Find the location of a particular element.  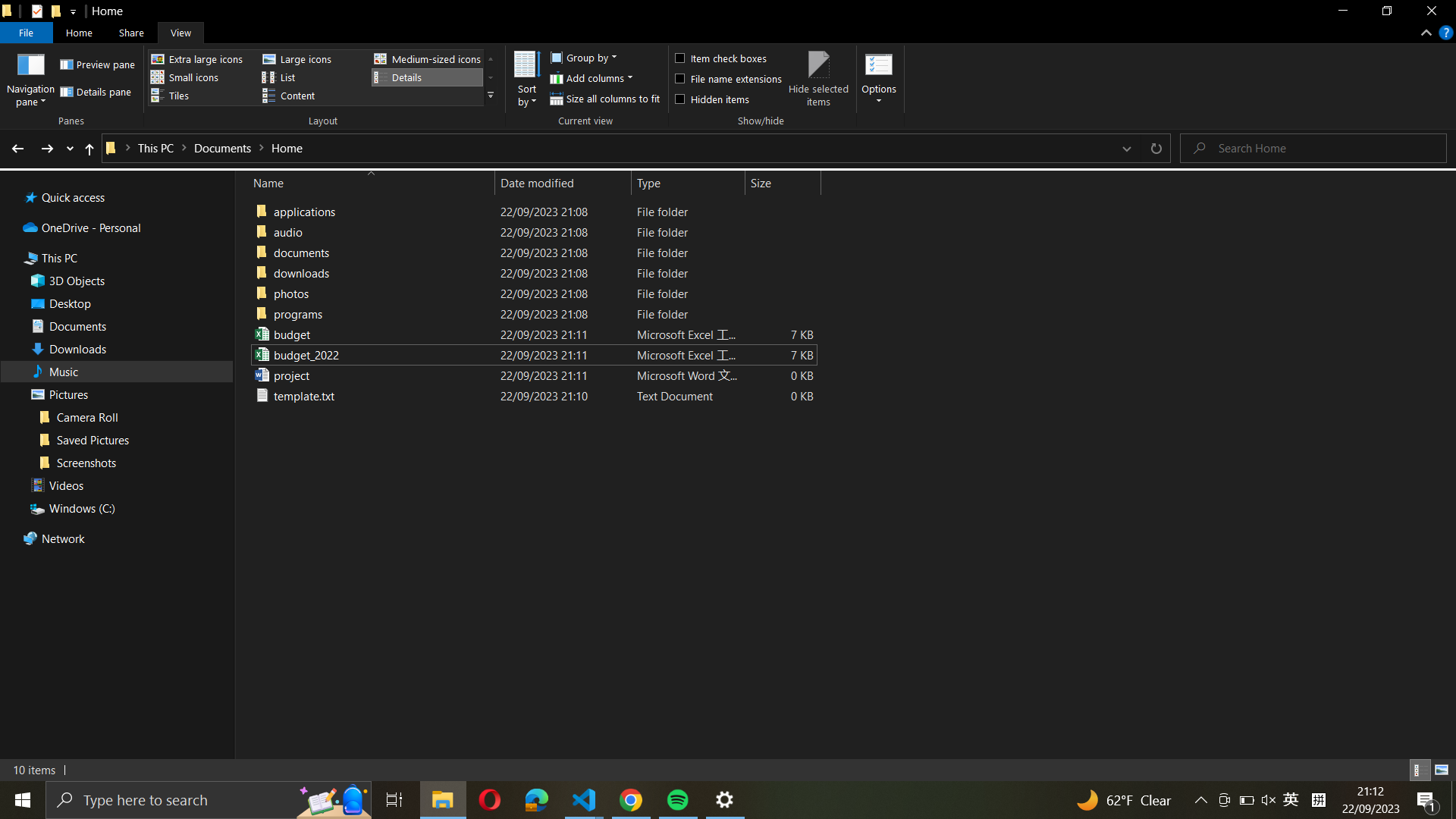

Use the default Excel software to open the "budget_2022_excel_file" is located at coordinates (531, 354).